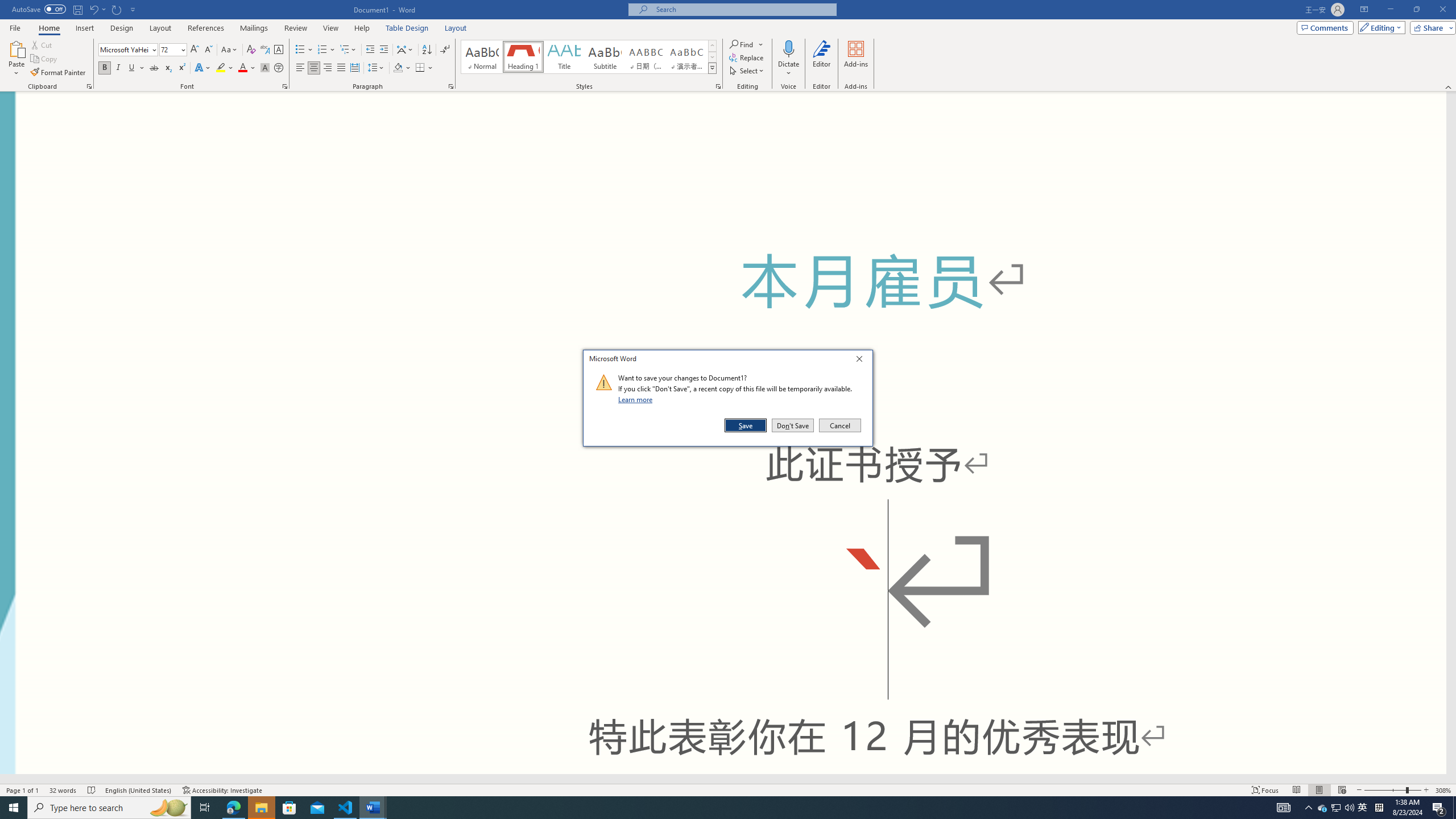  I want to click on 'Learn more', so click(637, 399).